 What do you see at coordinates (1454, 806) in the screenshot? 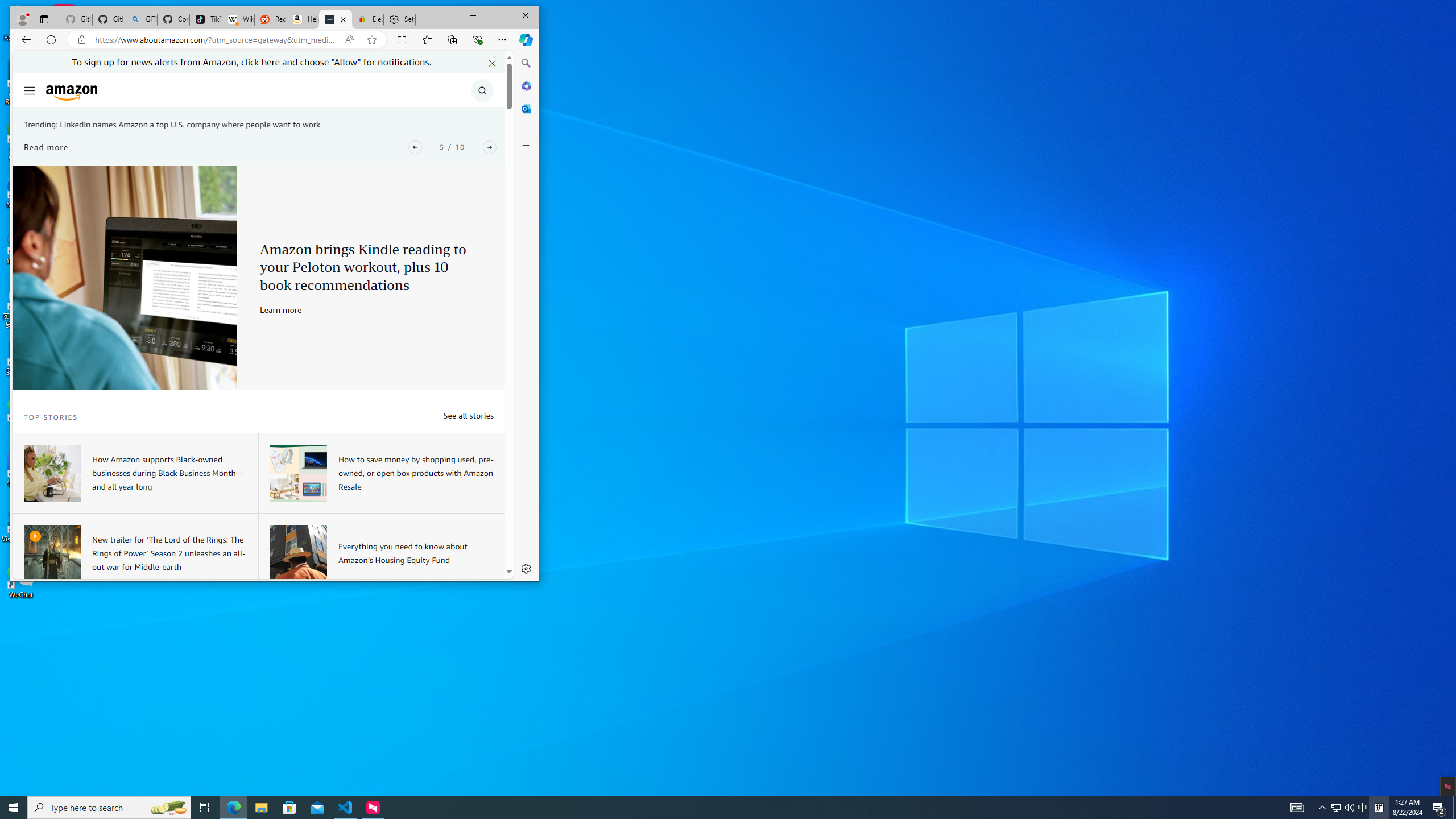
I see `'Show desktop'` at bounding box center [1454, 806].